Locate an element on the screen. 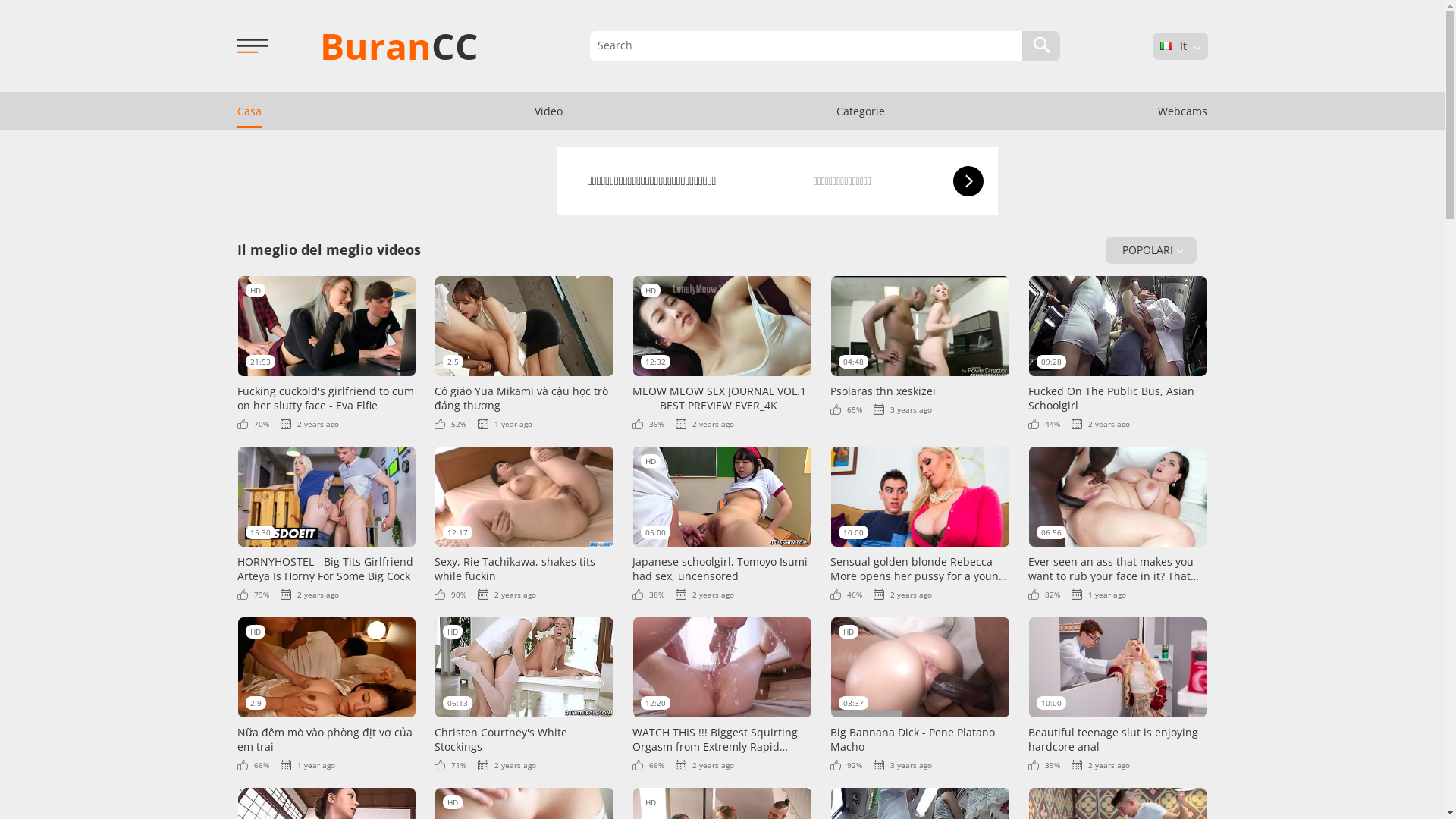 The image size is (1456, 819). '04:48 is located at coordinates (919, 345).